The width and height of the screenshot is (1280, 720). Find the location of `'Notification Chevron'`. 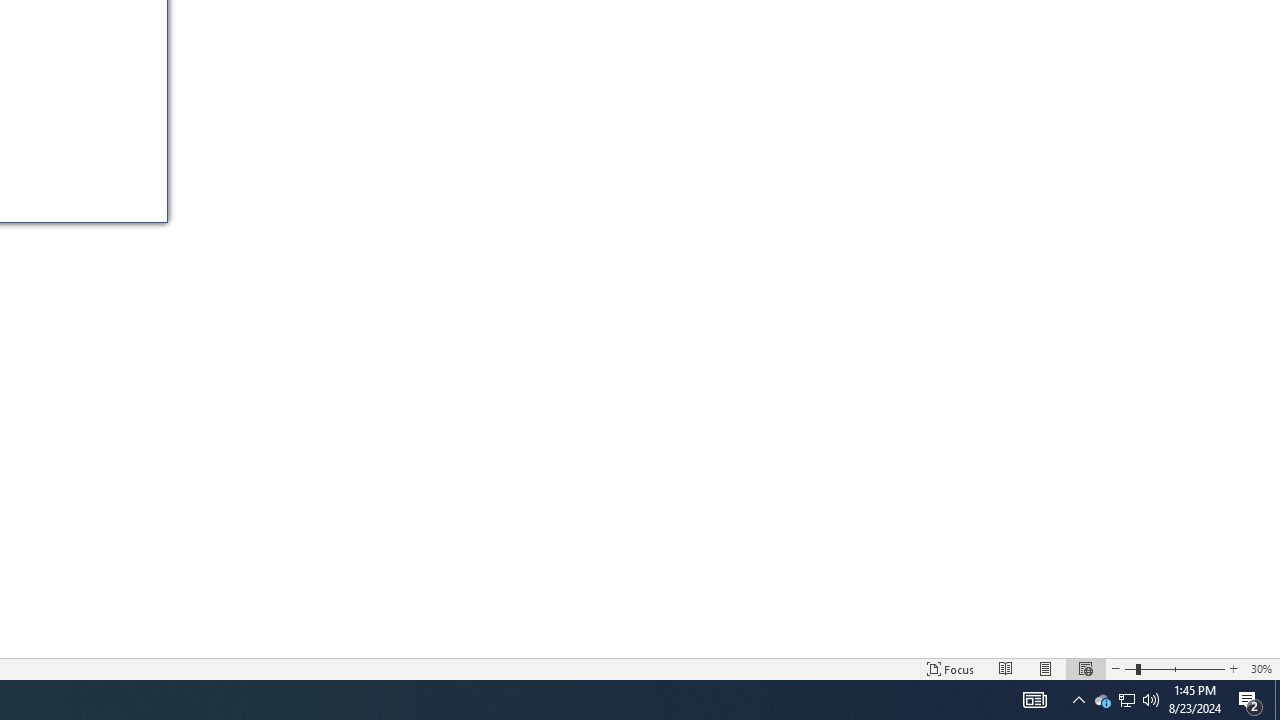

'Notification Chevron' is located at coordinates (1078, 698).